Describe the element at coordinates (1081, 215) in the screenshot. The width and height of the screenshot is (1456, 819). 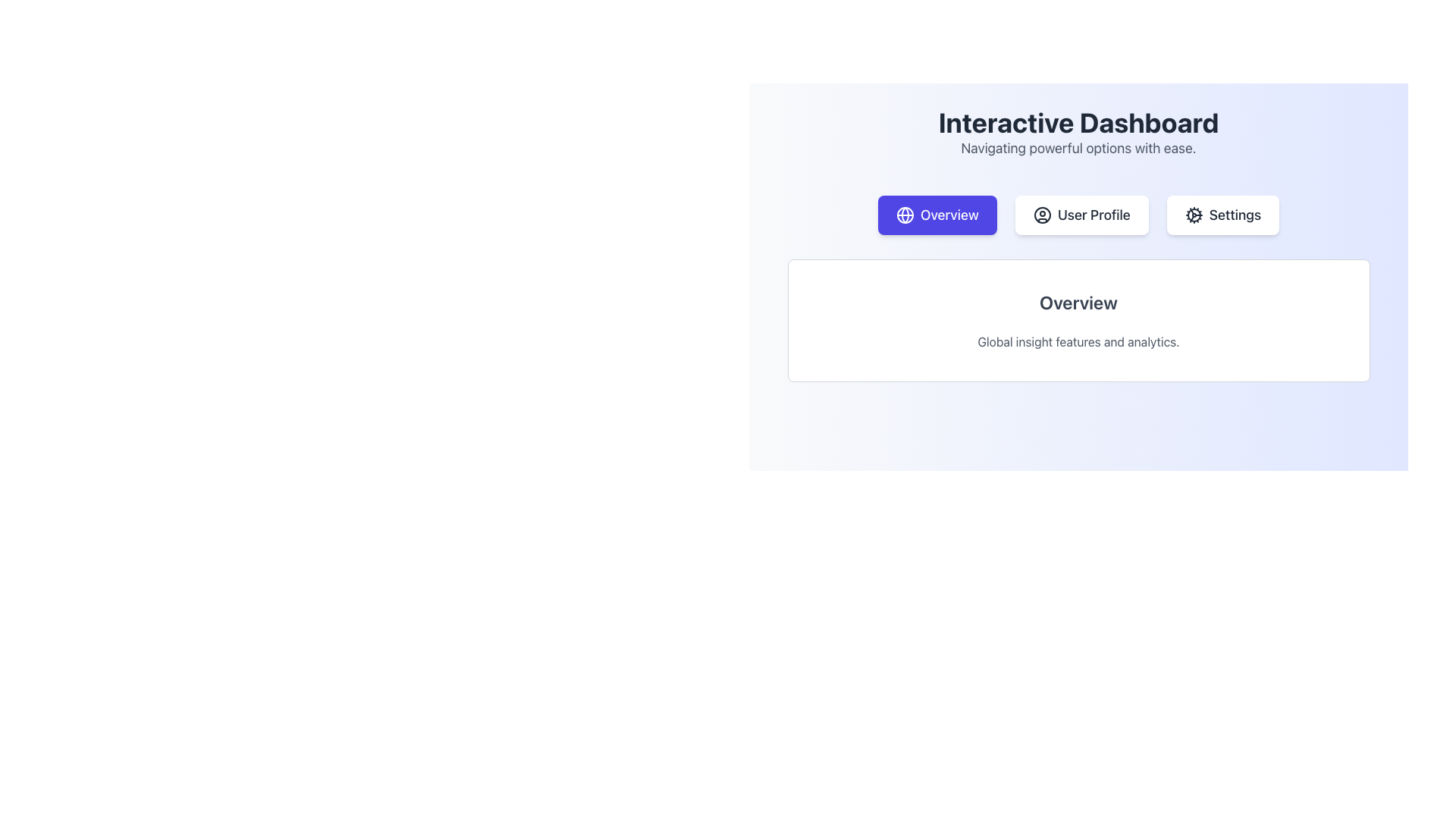
I see `the 'User Profile' button, which is the second button among three horizontally aligned buttons, to activate the hover effect` at that location.